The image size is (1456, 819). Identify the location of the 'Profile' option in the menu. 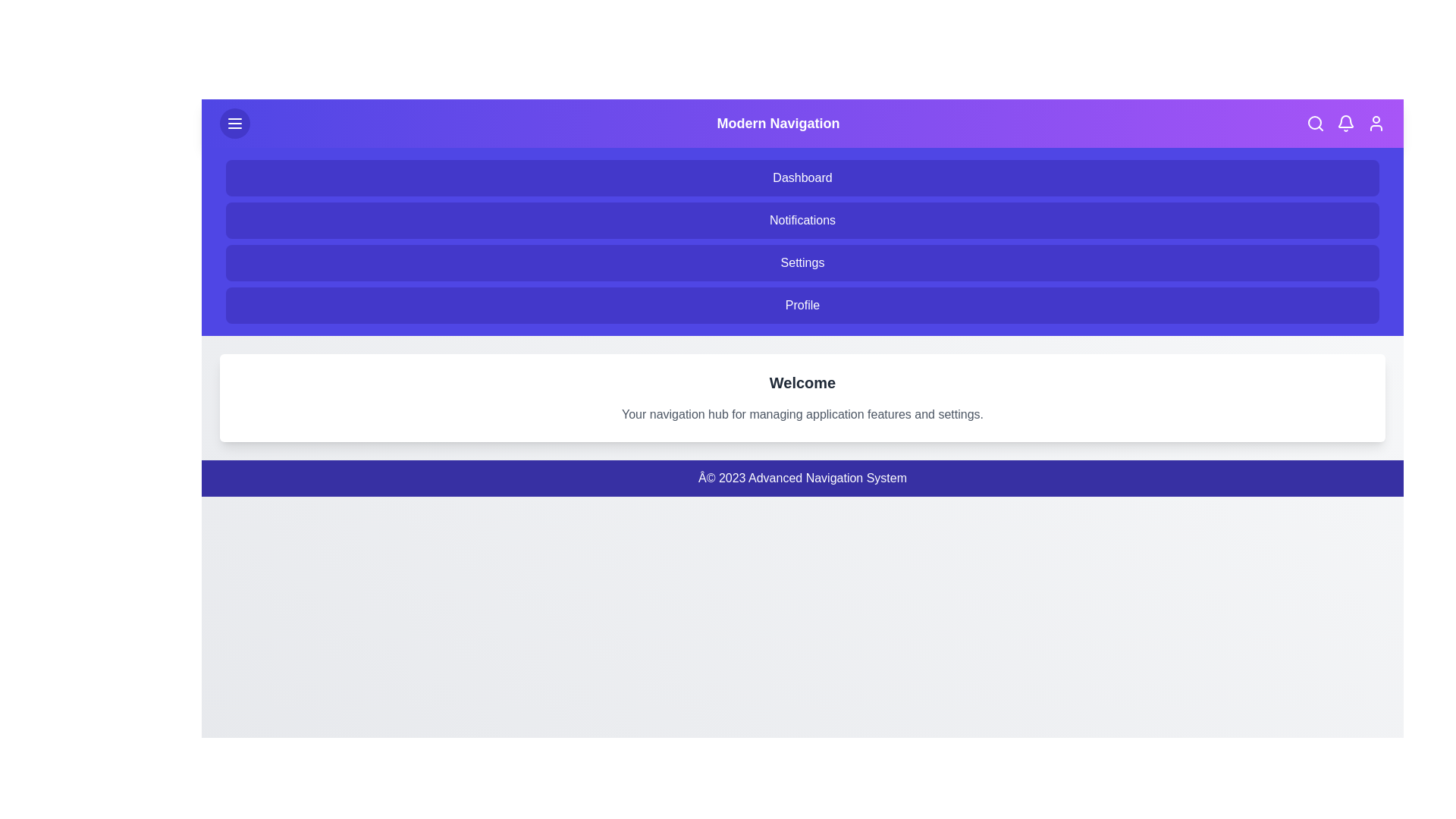
(802, 305).